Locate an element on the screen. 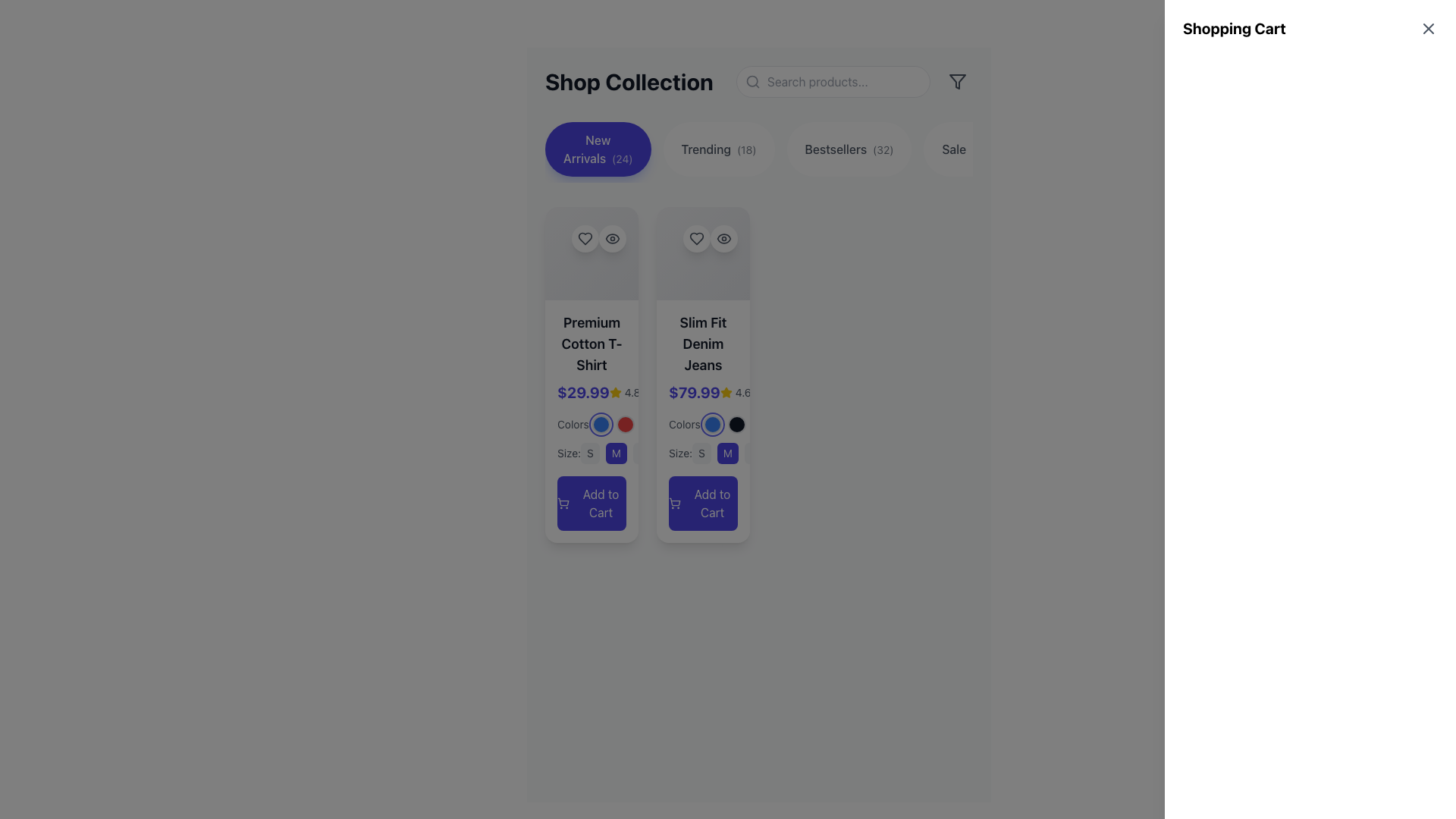 The image size is (1456, 819). the first circular color selection button is located at coordinates (600, 424).